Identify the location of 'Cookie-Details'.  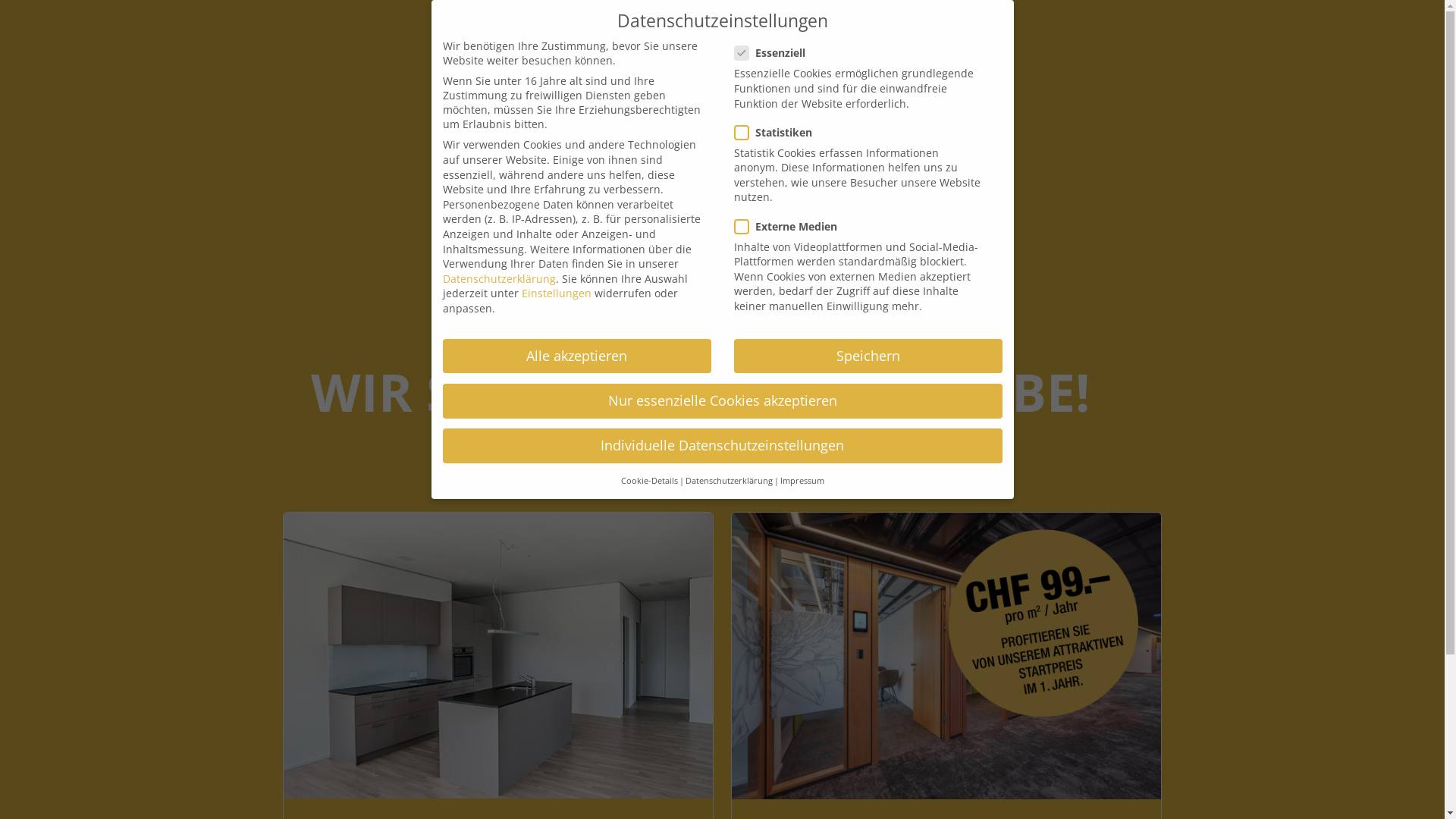
(620, 480).